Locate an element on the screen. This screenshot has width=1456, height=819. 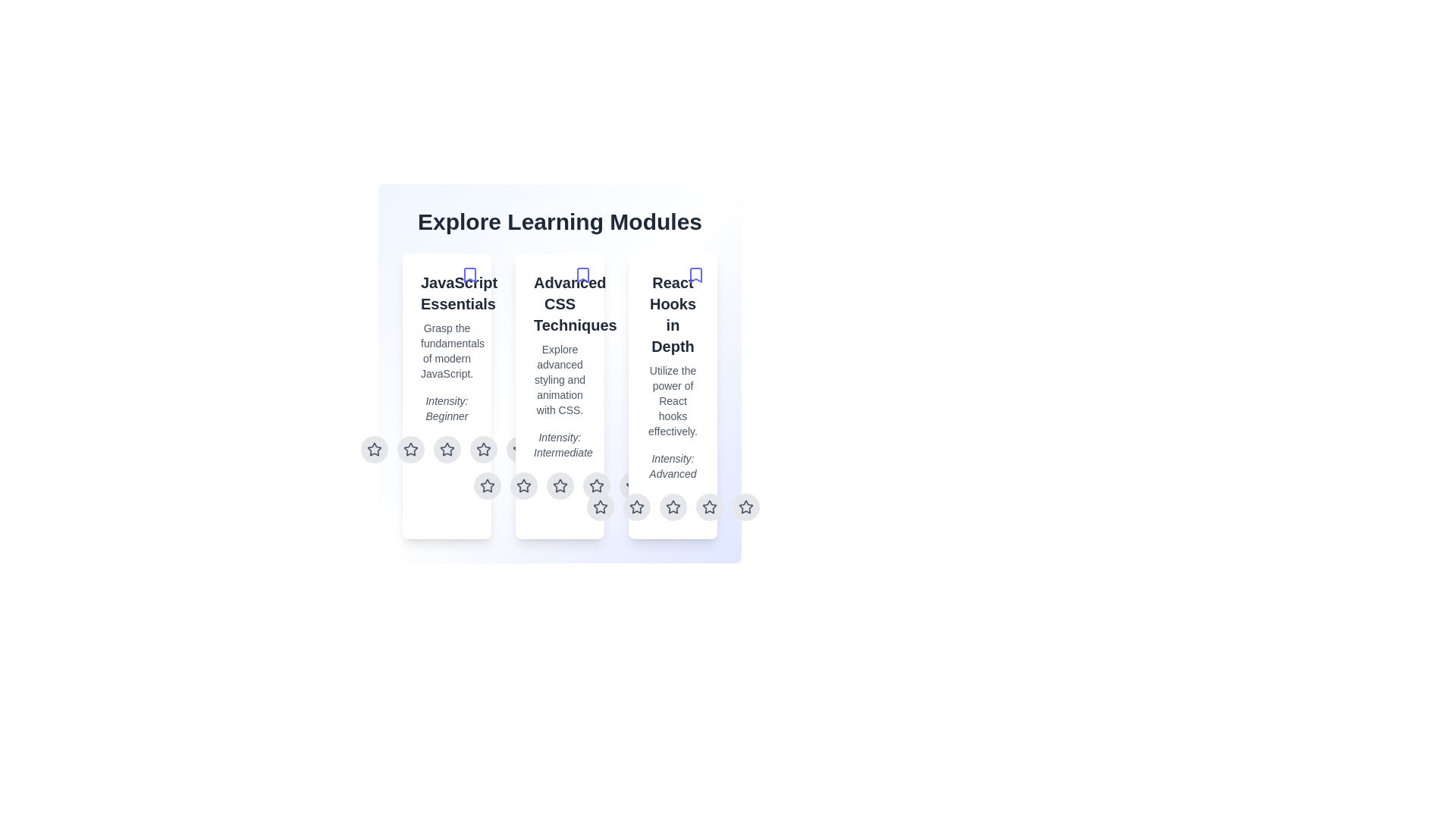
the bookmark icon for the module titled 'Advanced CSS Techniques' is located at coordinates (582, 275).